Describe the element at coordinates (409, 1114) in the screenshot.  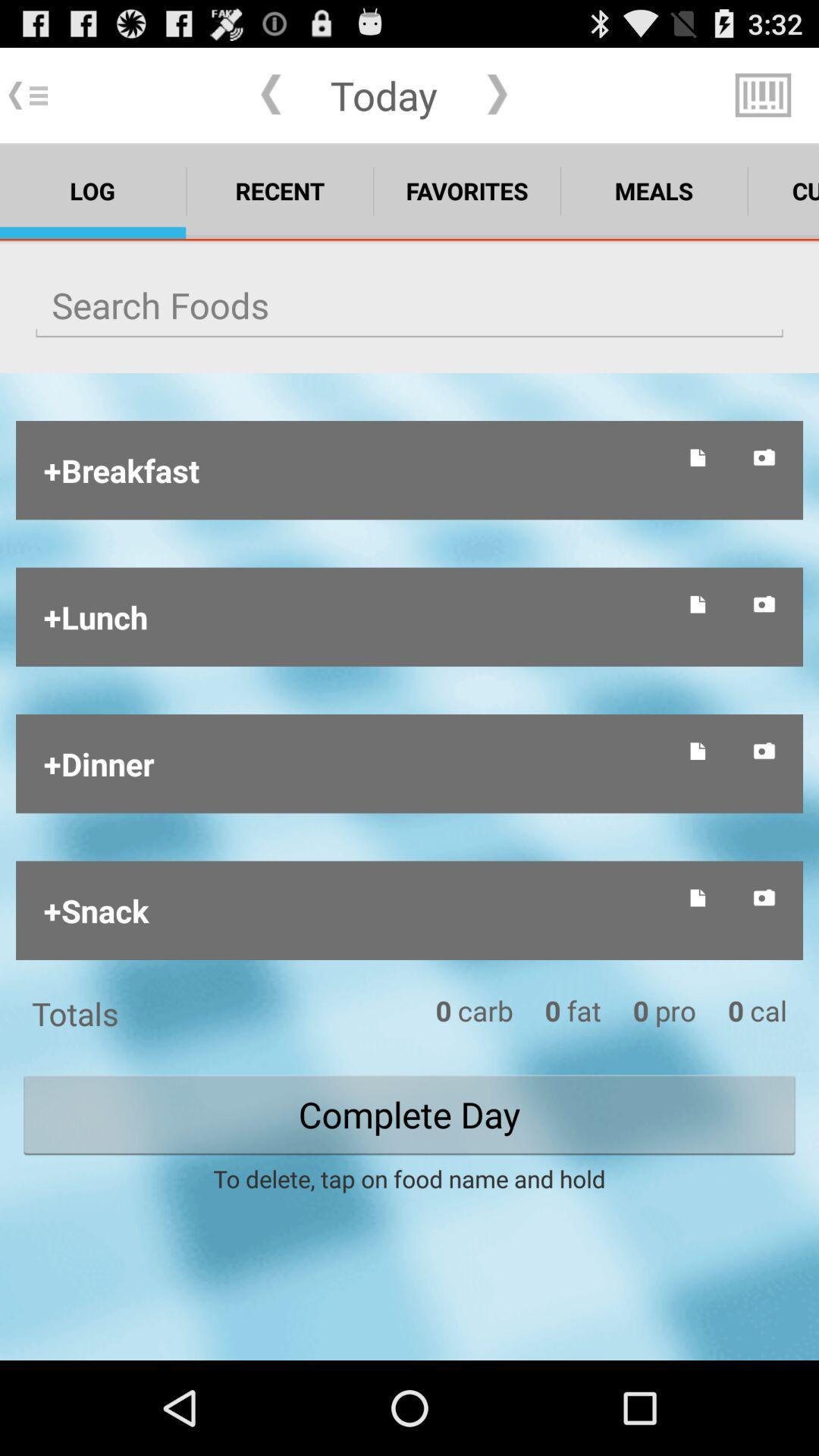
I see `the text complete day` at that location.